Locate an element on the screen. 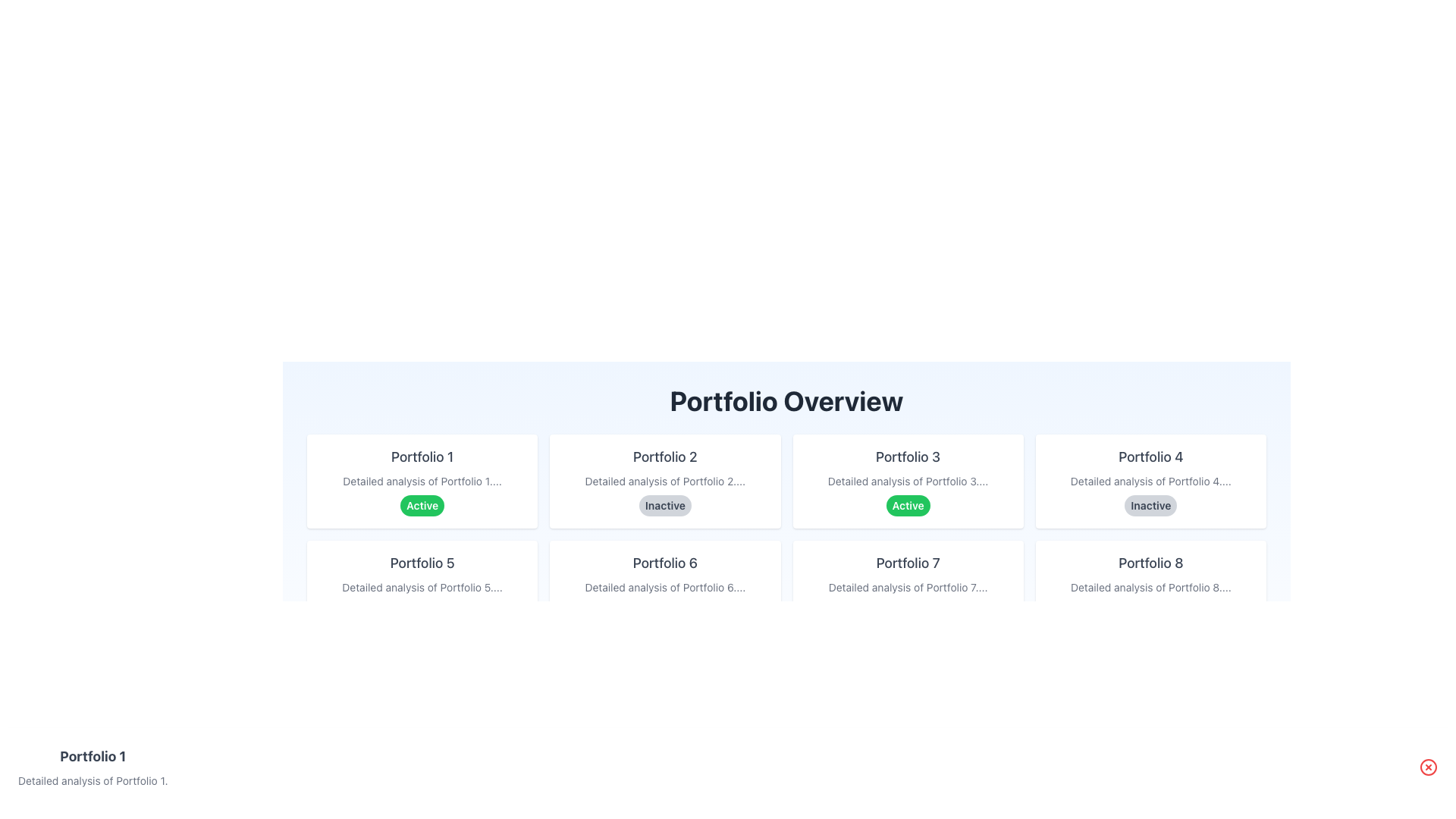  text block containing 'Detailed analysis of Portfolio 4....' located below the header 'Portfolio 4' and above the 'Inactive' badge in the fourth card of the 'Portfolio Overview' section is located at coordinates (1150, 482).